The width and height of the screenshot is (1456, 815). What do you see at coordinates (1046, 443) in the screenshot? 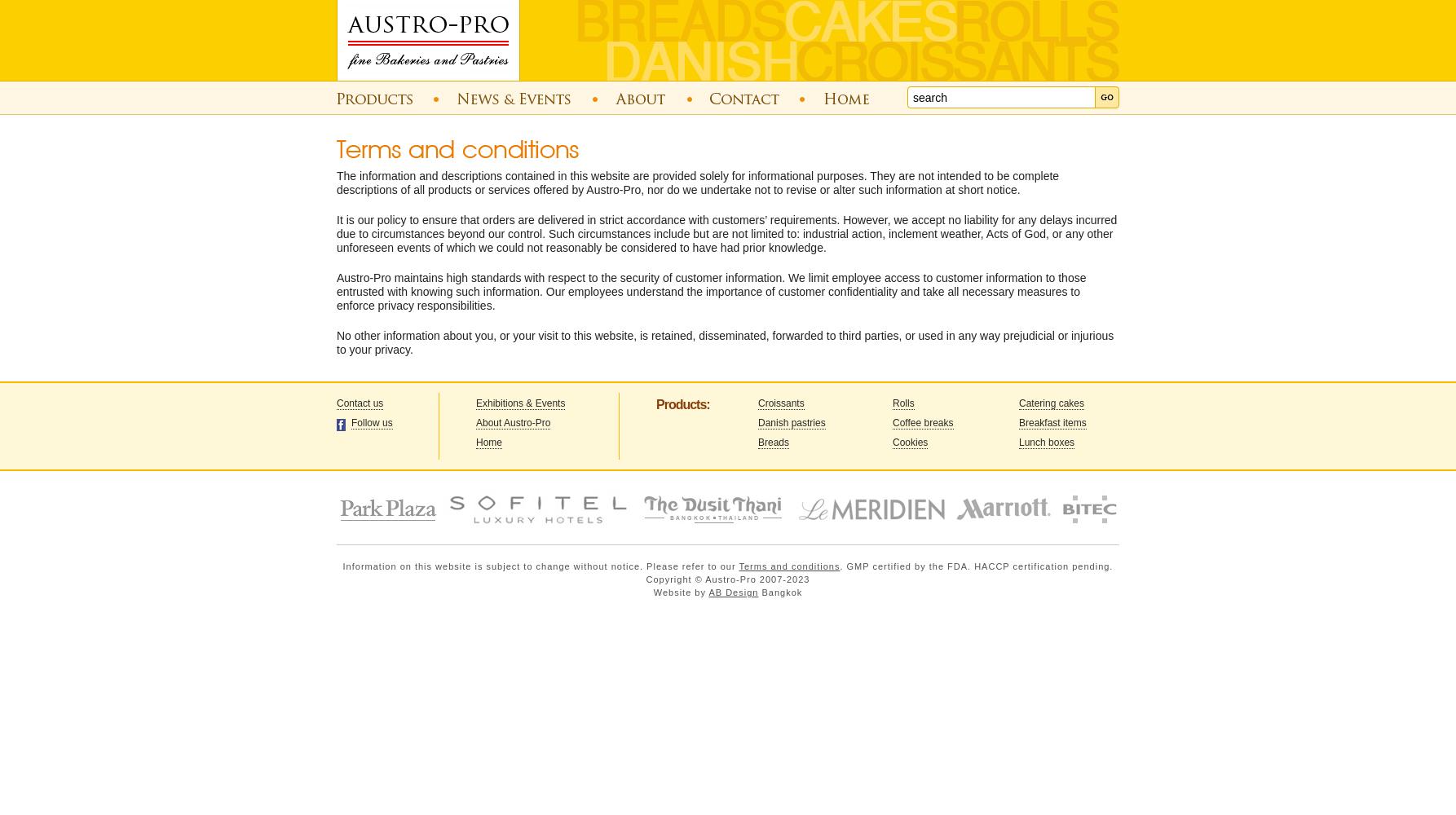
I see `'Lunch boxes'` at bounding box center [1046, 443].